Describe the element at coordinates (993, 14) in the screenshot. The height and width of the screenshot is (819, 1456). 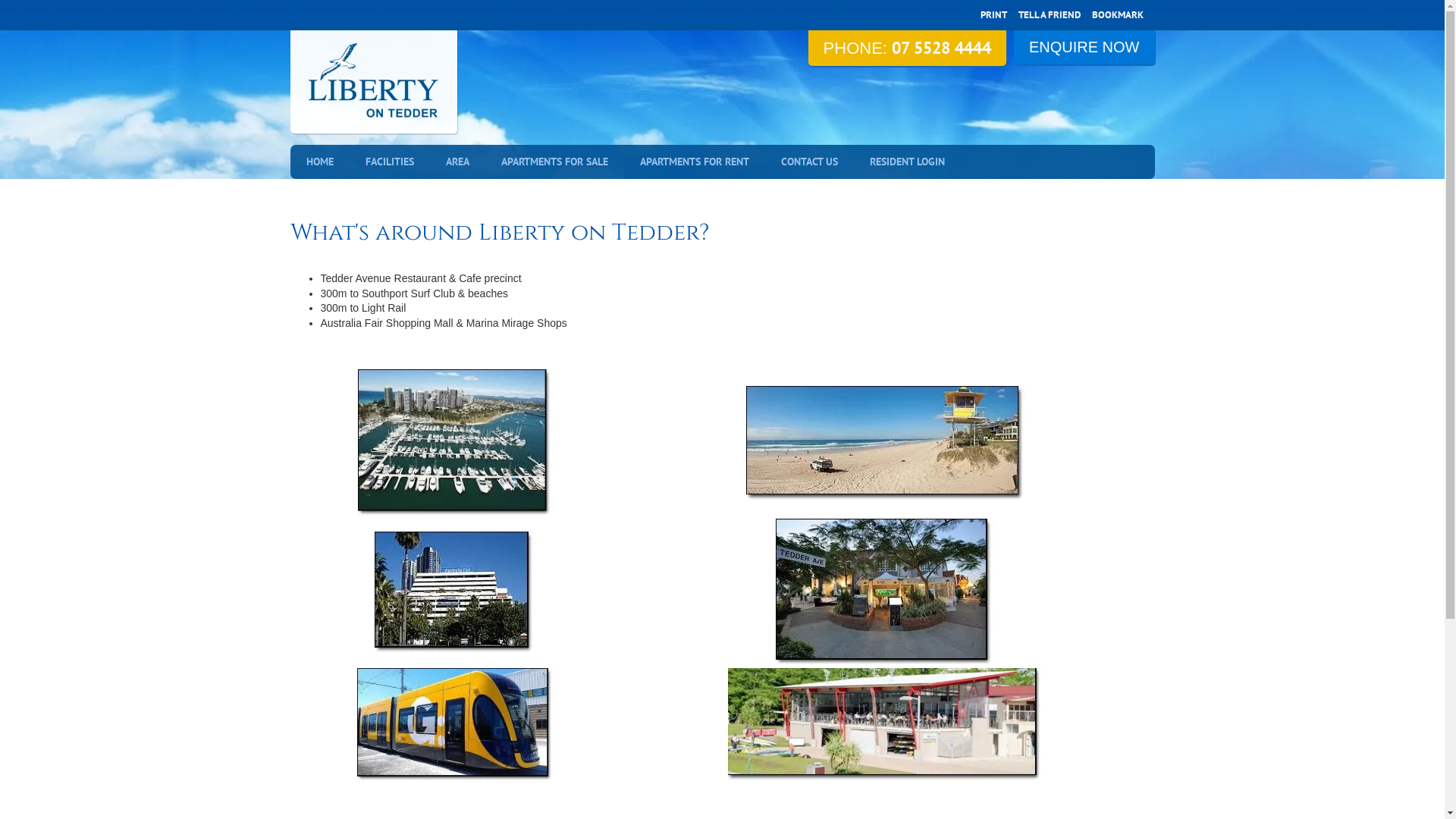
I see `'PRINT'` at that location.